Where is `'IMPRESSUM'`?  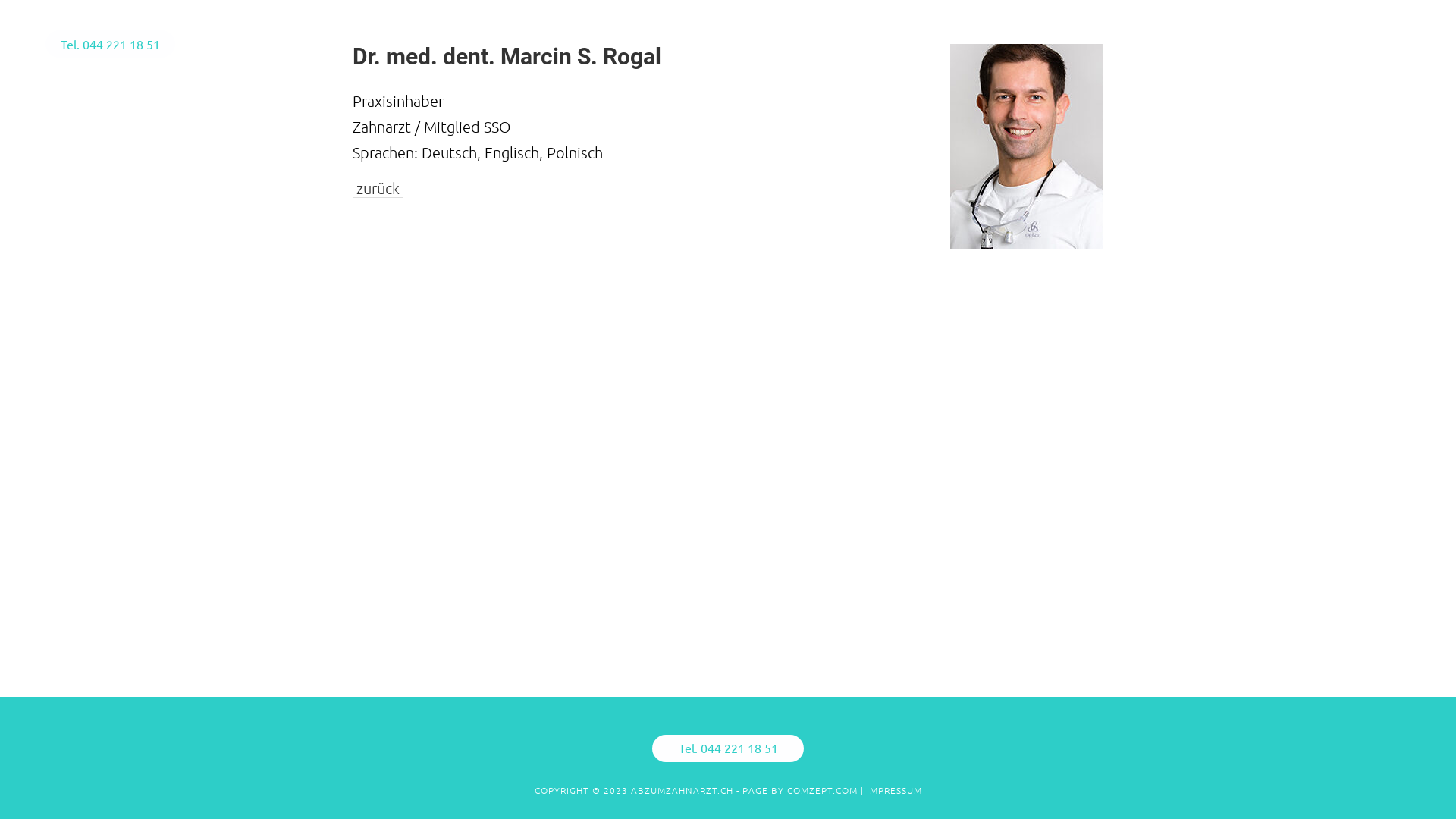 'IMPRESSUM' is located at coordinates (893, 789).